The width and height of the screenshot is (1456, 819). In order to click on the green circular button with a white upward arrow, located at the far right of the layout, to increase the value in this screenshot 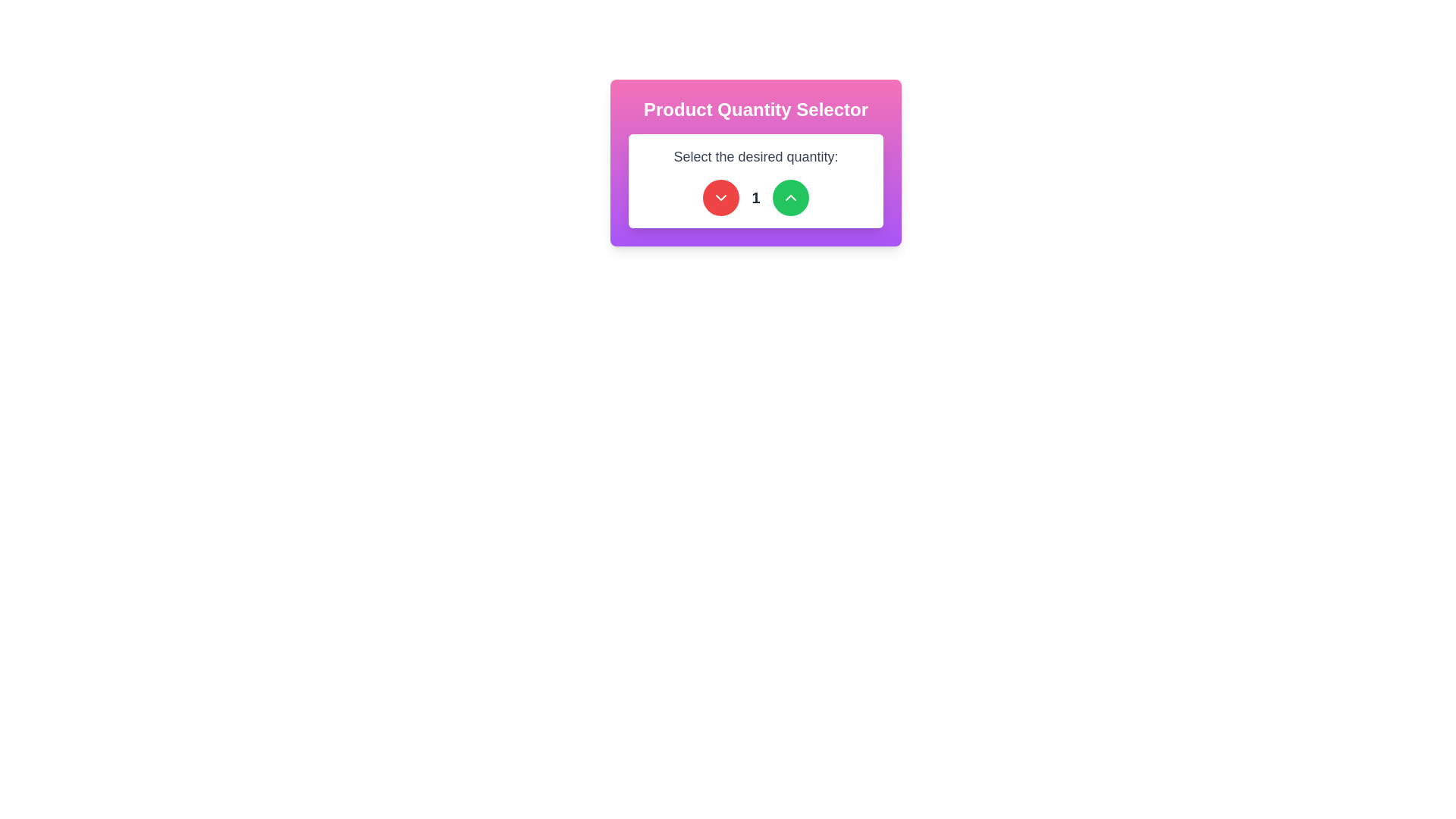, I will do `click(789, 197)`.